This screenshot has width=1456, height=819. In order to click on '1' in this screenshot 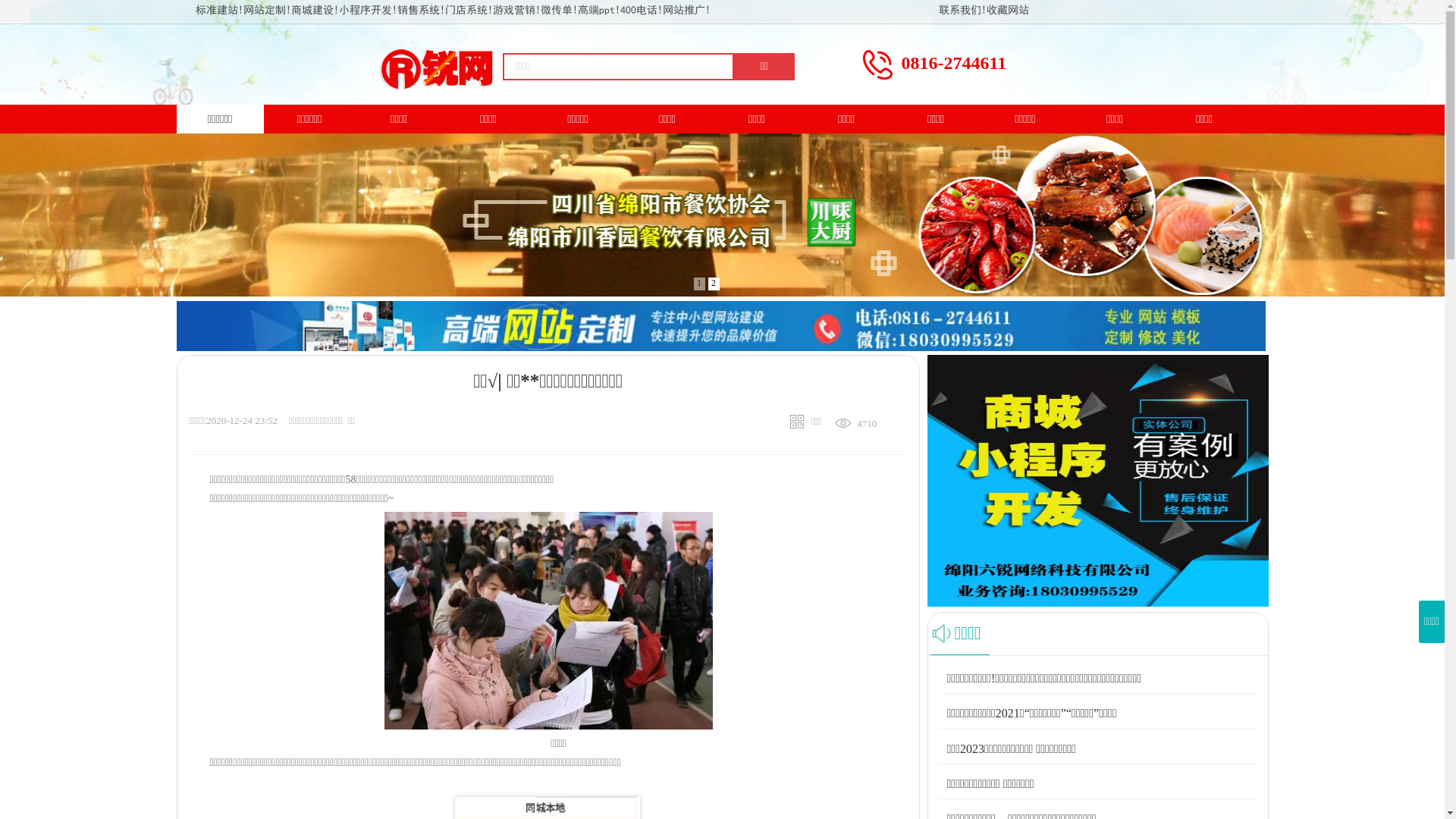, I will do `click(698, 284)`.